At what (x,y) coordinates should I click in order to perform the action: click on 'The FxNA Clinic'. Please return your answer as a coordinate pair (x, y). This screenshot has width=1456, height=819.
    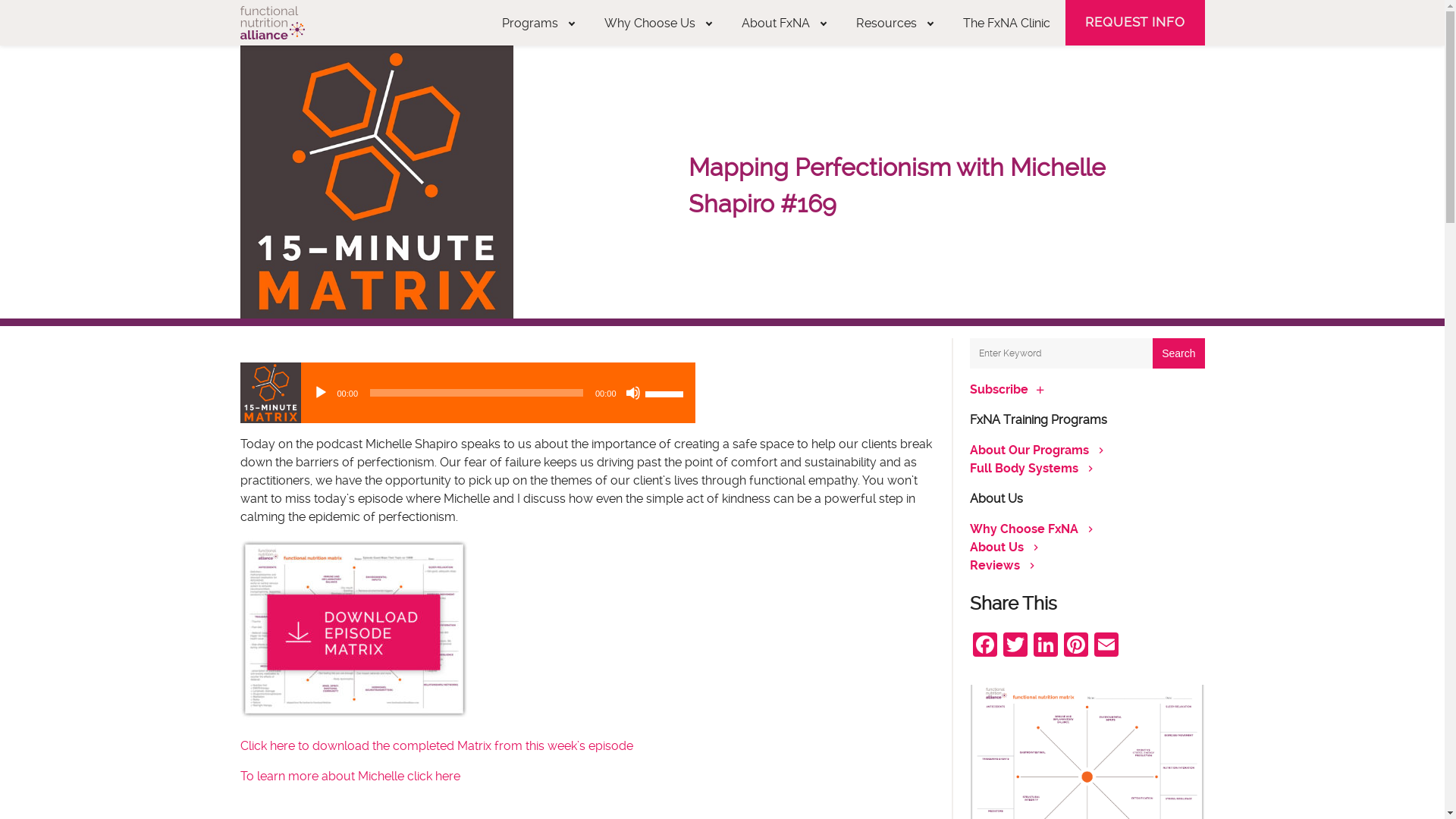
    Looking at the image, I should click on (1006, 23).